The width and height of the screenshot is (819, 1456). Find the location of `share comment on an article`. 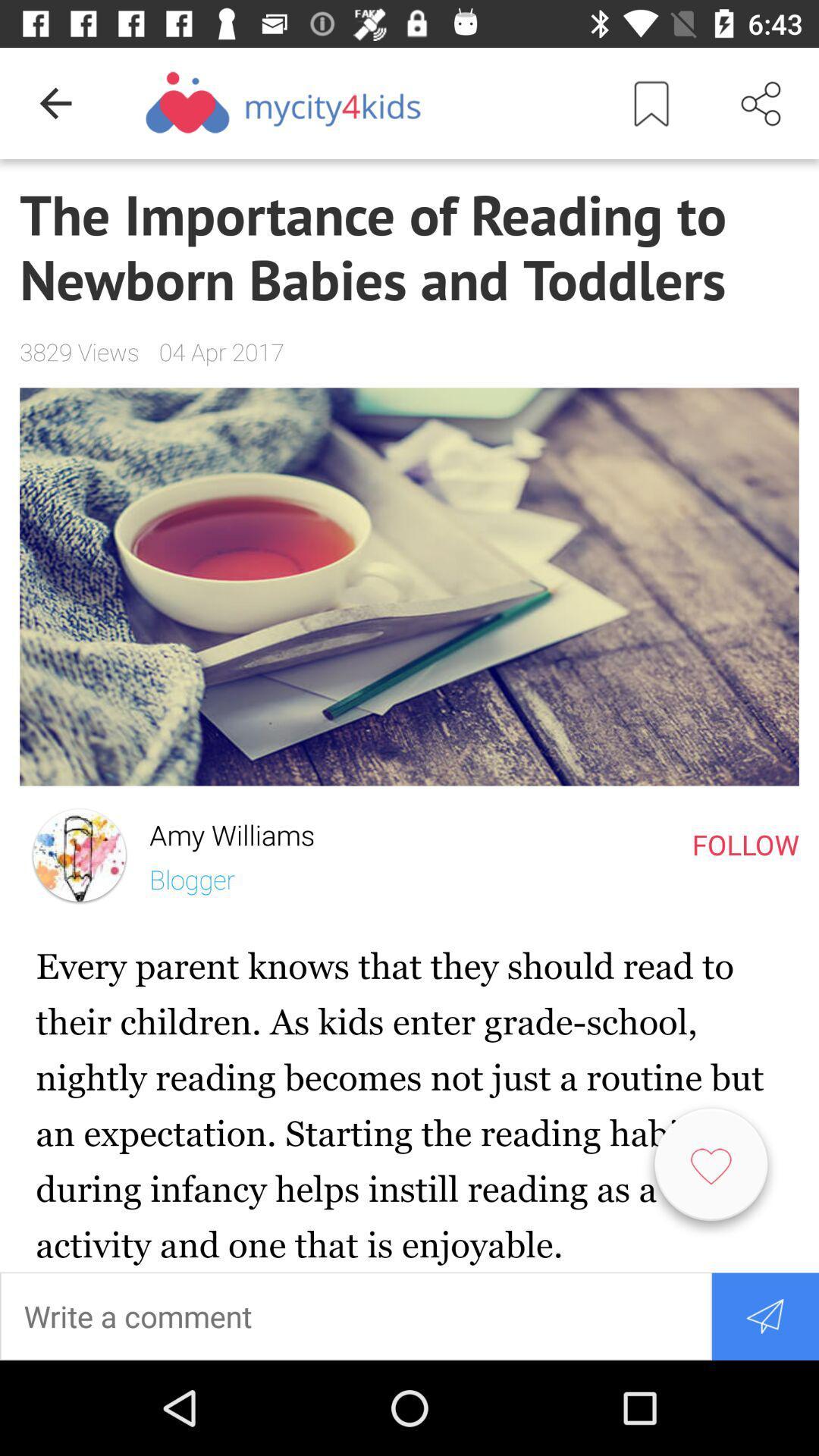

share comment on an article is located at coordinates (765, 1315).